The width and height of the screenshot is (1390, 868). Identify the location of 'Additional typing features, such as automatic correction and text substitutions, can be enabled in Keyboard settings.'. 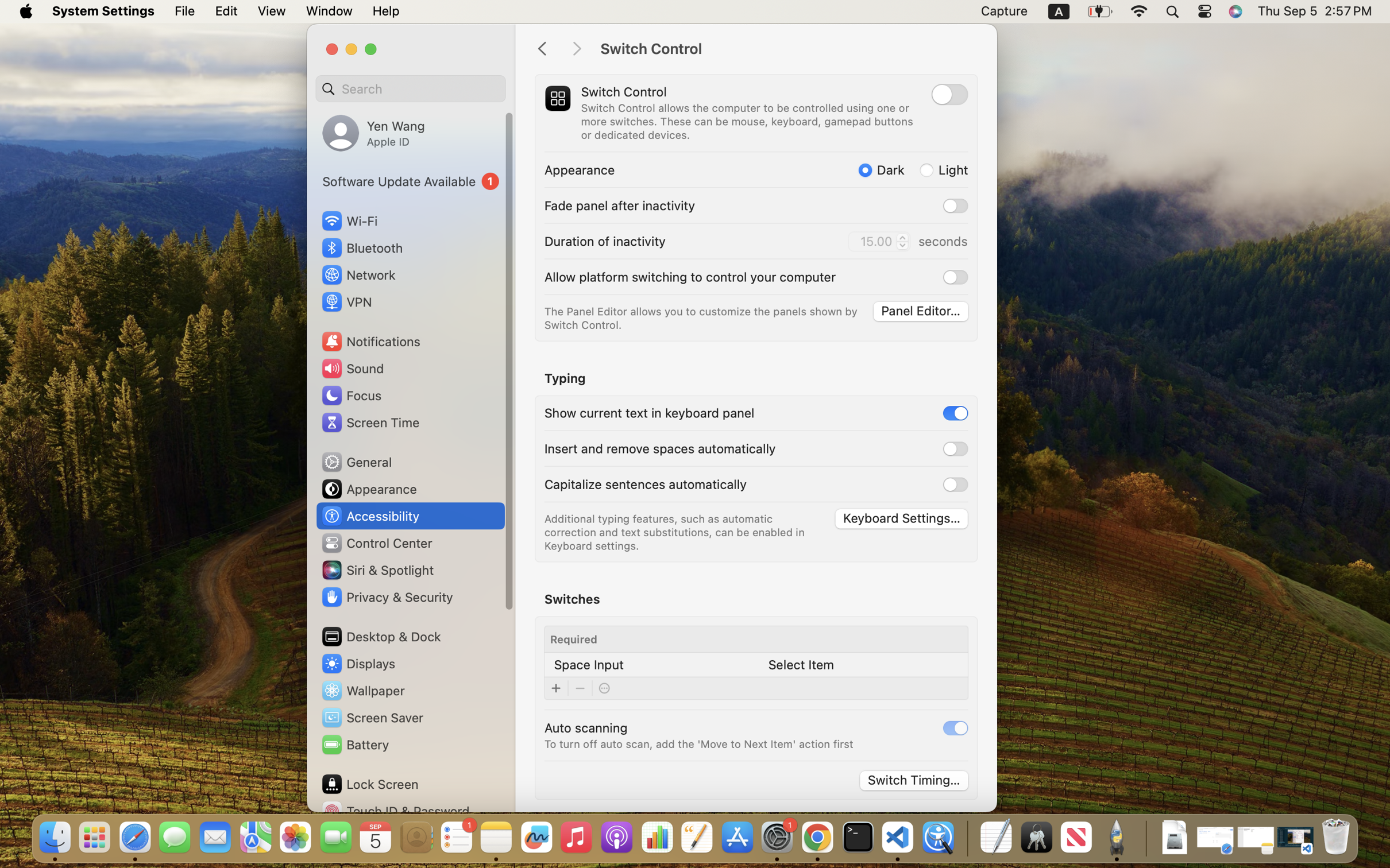
(675, 532).